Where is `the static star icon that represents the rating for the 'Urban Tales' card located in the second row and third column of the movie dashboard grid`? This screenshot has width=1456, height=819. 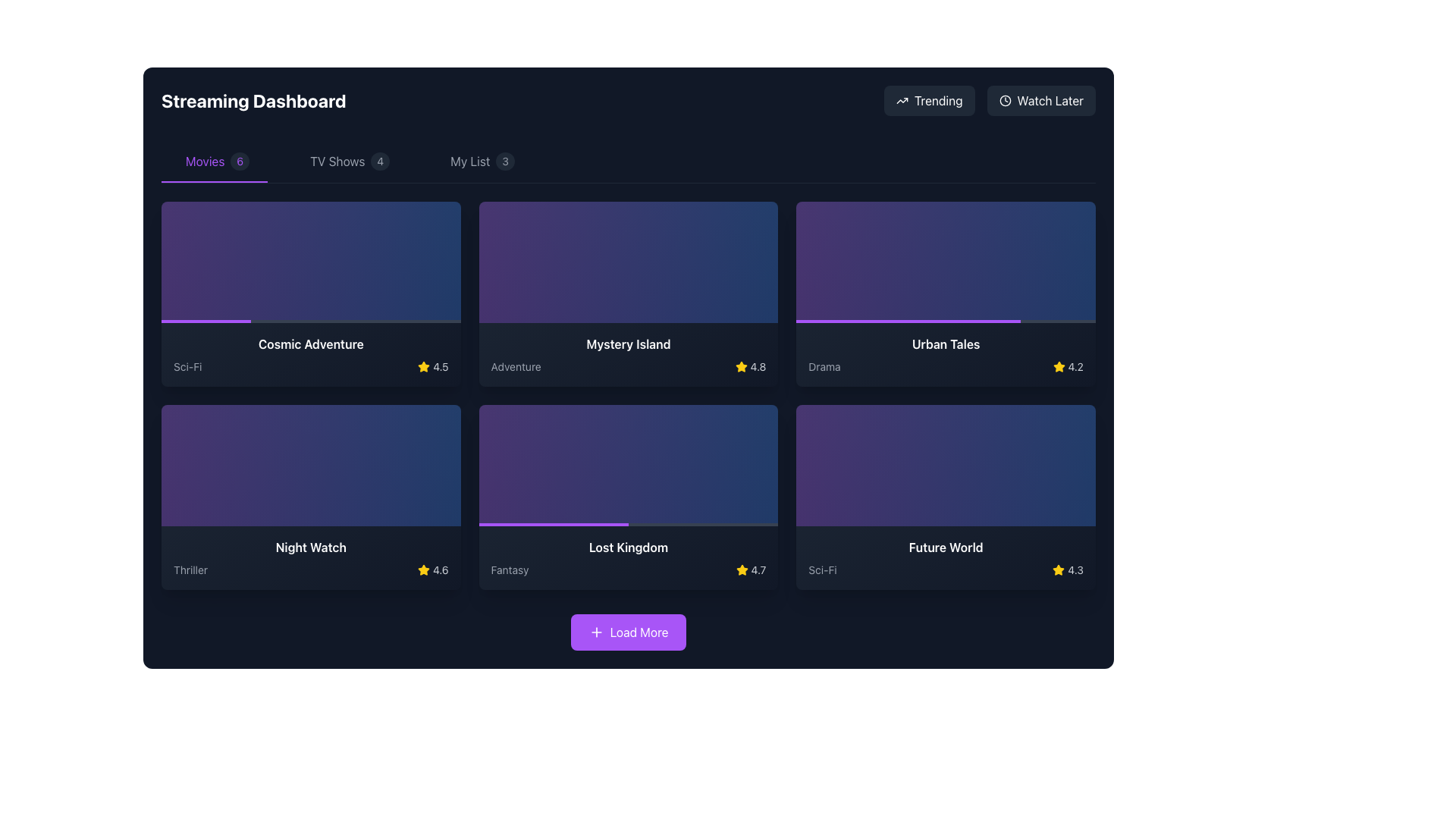 the static star icon that represents the rating for the 'Urban Tales' card located in the second row and third column of the movie dashboard grid is located at coordinates (1058, 366).